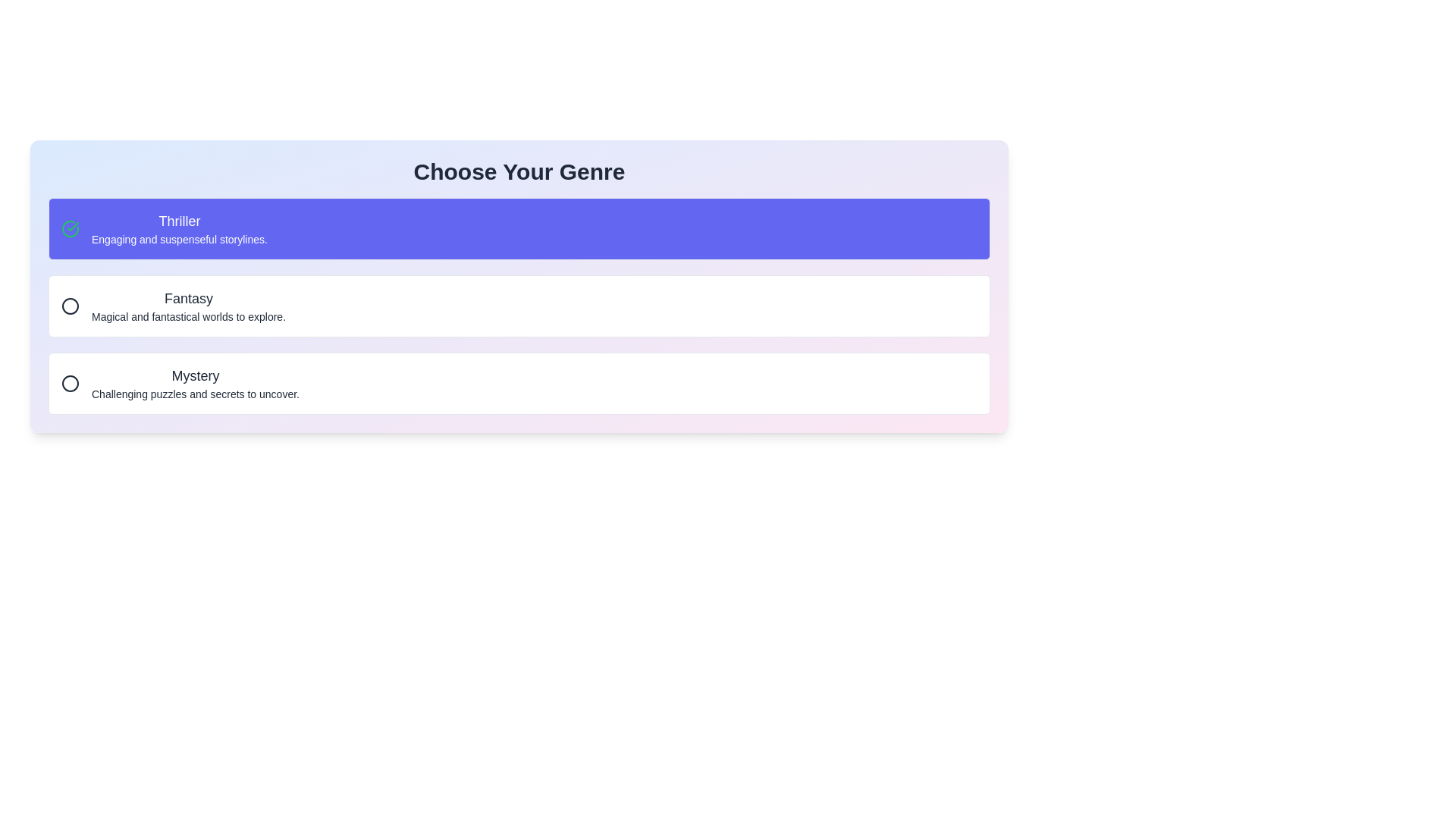 This screenshot has width=1456, height=819. What do you see at coordinates (188, 306) in the screenshot?
I see `to select the 'Fantasy' option, which is the second selectable genre in the list, featuring the word 'Fantasy' in bold above a description of magical worlds` at bounding box center [188, 306].